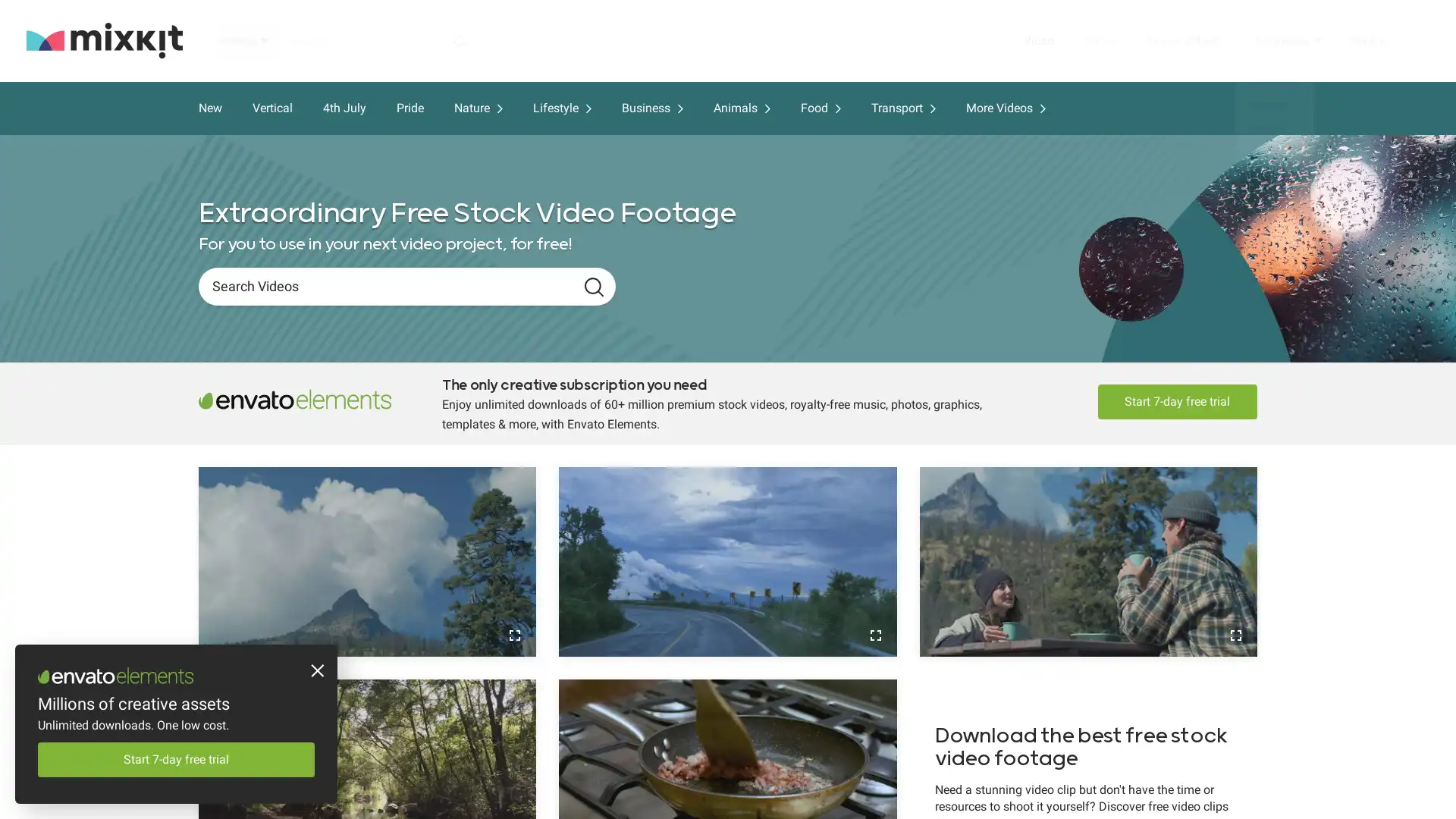 This screenshot has height=819, width=1456. I want to click on View Fullscreen, so click(874, 635).